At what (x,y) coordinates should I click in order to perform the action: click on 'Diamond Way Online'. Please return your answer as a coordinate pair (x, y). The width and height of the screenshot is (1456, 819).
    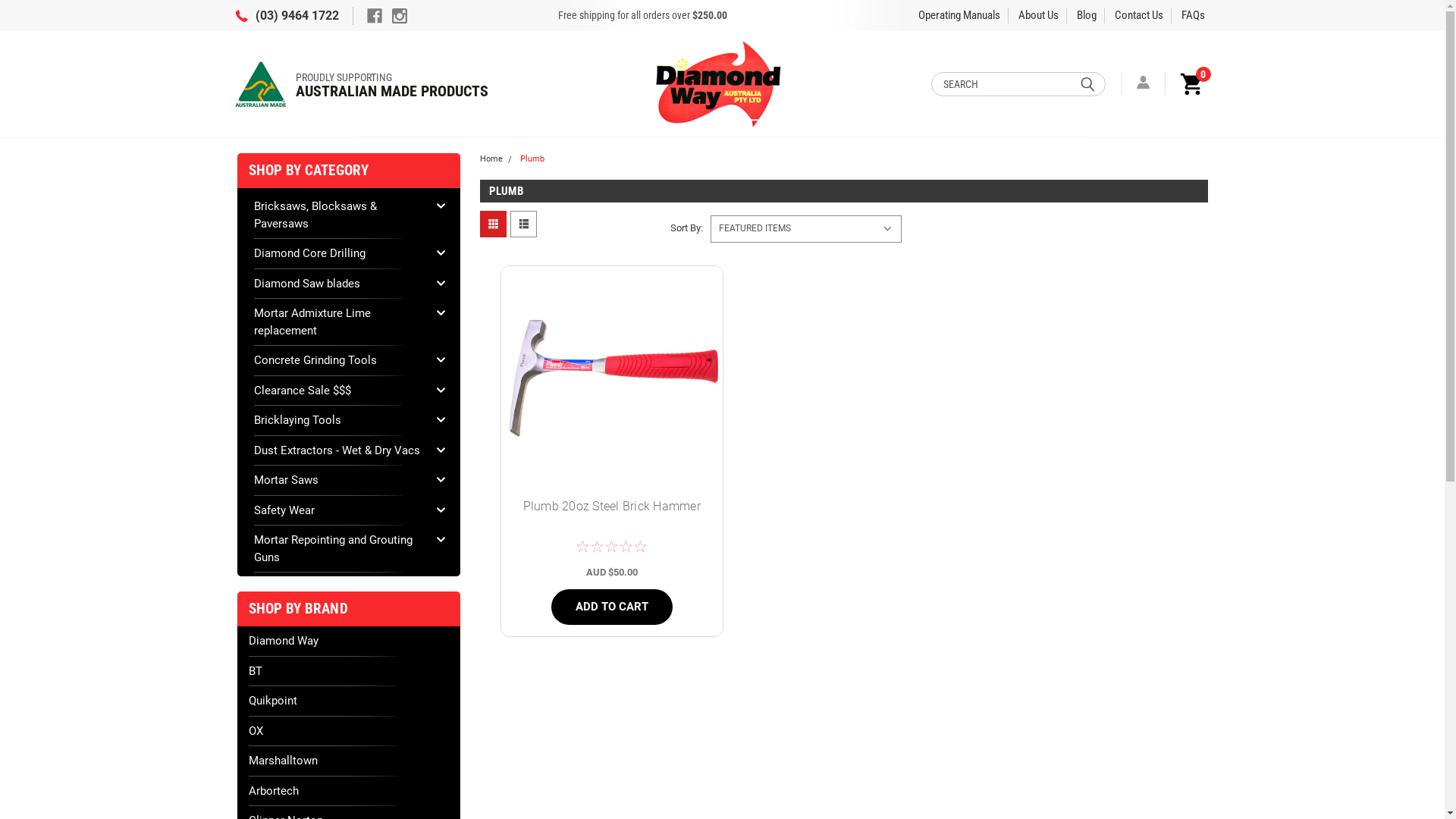
    Looking at the image, I should click on (720, 83).